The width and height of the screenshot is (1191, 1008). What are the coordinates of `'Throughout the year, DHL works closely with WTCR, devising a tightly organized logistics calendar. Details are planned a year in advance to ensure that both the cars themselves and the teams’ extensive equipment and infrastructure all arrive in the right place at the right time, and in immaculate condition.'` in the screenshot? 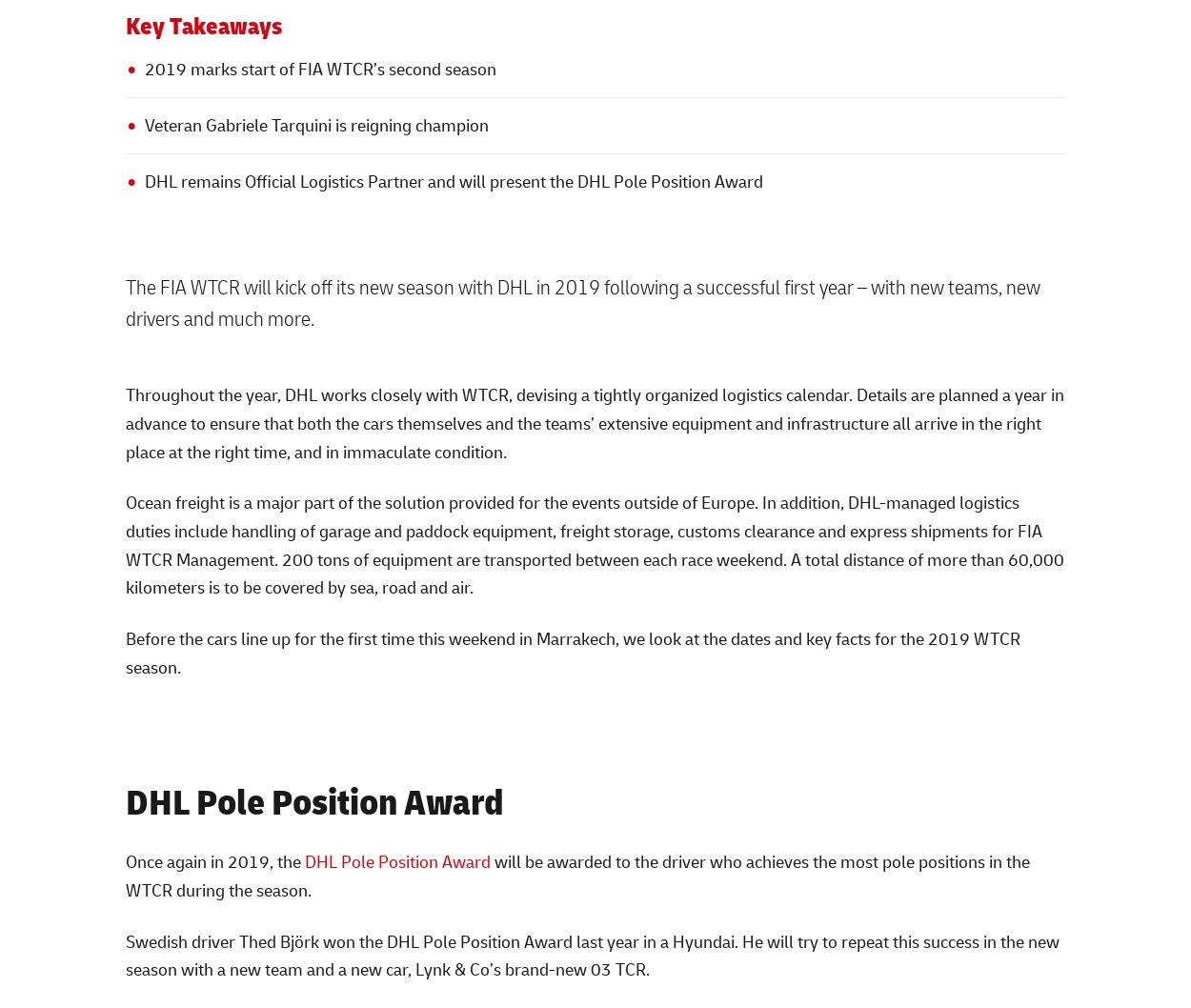 It's located at (593, 421).